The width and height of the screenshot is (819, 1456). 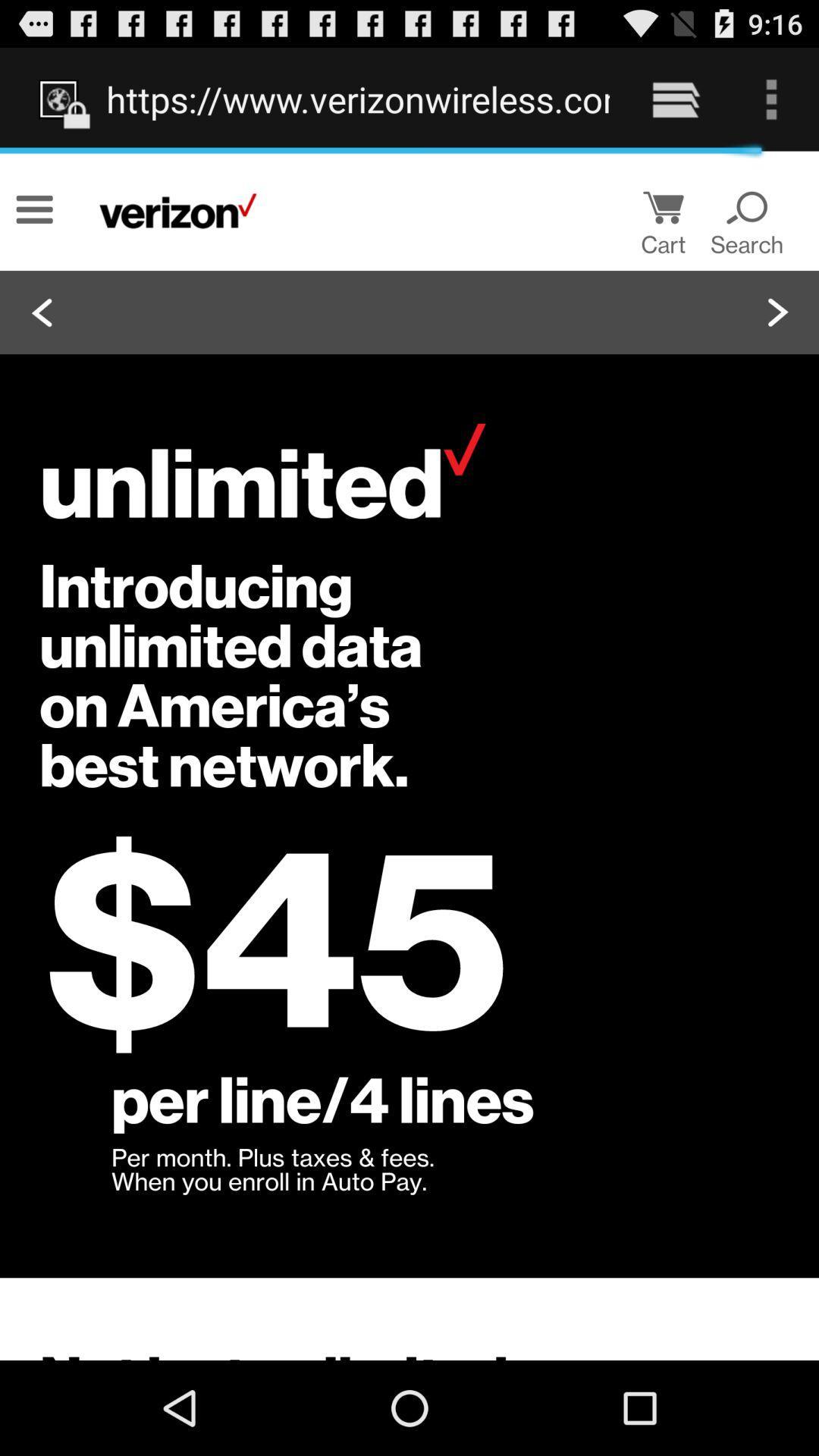 What do you see at coordinates (409, 755) in the screenshot?
I see `icon at the center` at bounding box center [409, 755].